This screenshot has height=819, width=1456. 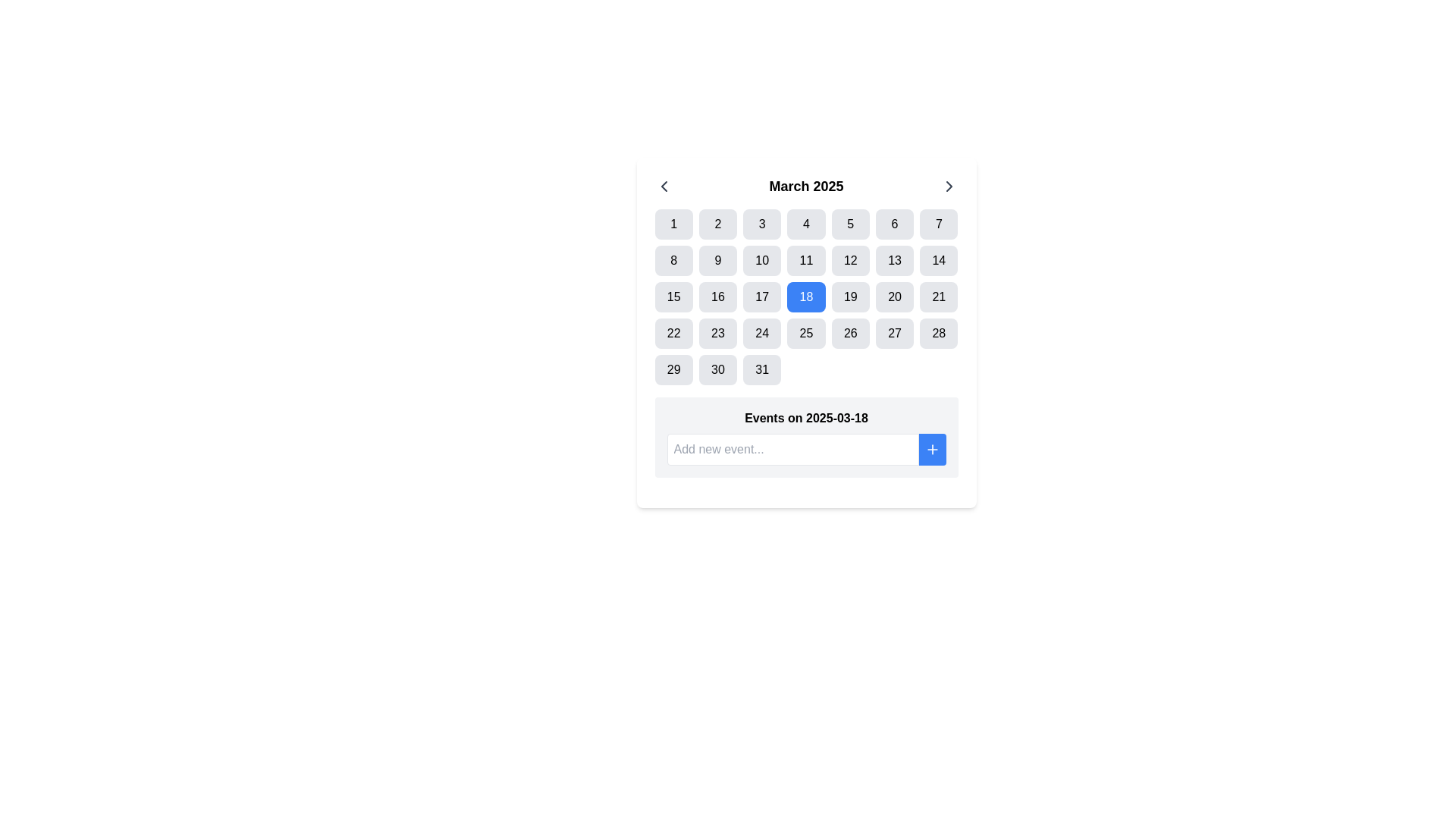 I want to click on the square button labeled '16', so click(x=717, y=297).